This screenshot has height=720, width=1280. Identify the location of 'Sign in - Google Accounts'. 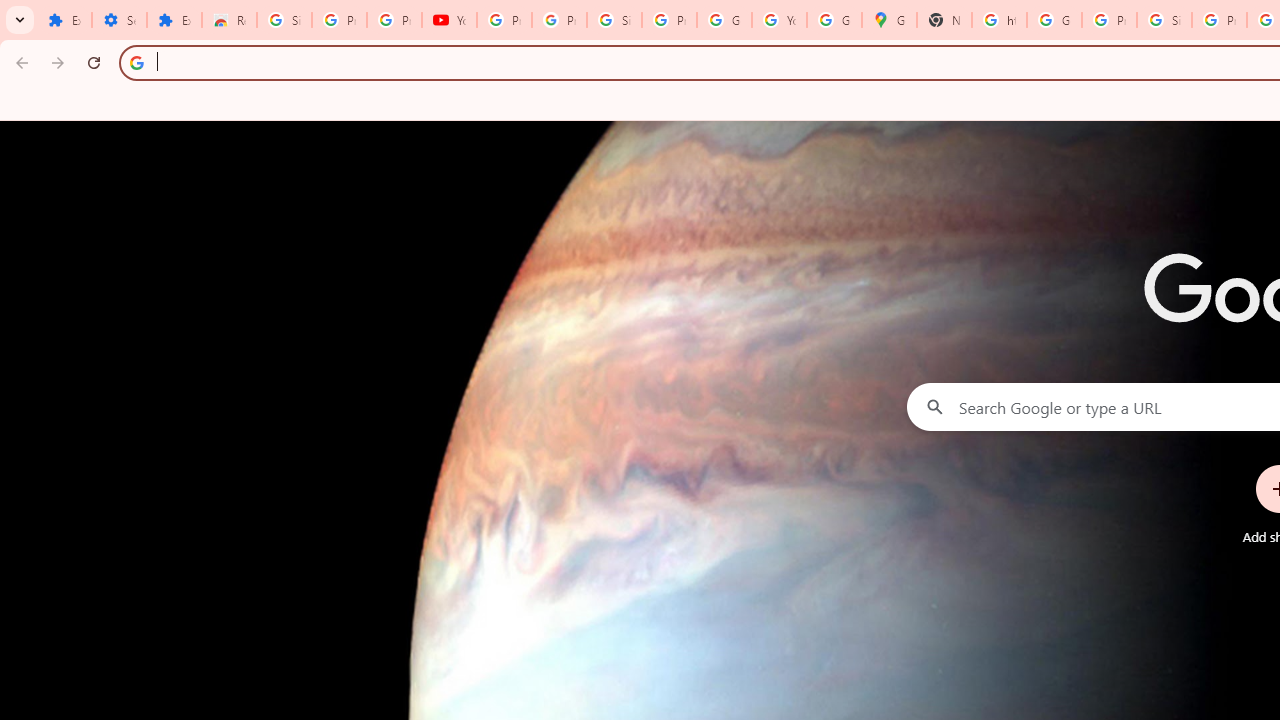
(614, 20).